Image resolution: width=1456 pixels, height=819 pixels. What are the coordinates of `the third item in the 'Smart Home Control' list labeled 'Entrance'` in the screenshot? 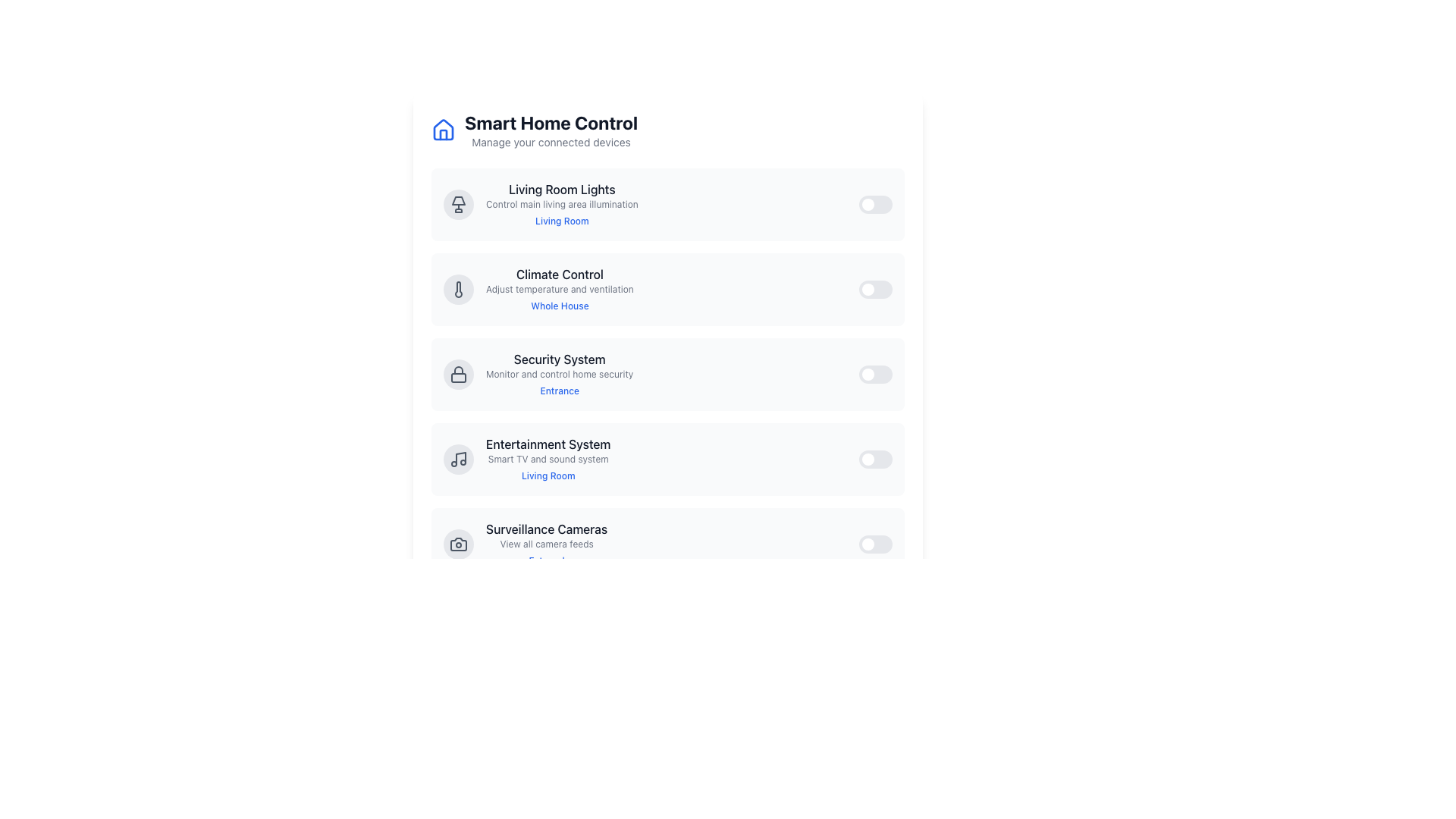 It's located at (538, 374).